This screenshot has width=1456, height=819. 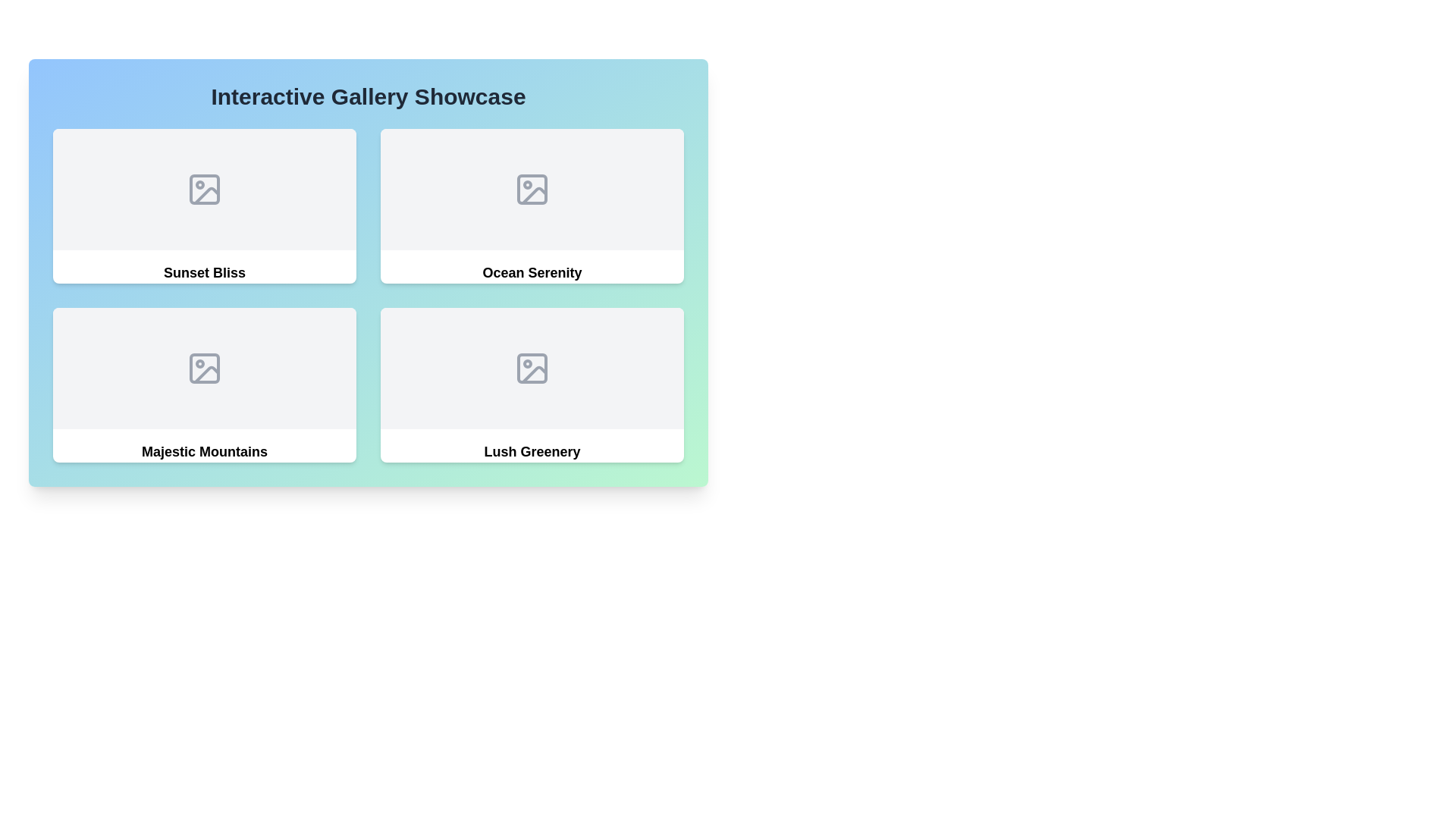 I want to click on icon placeholder area in the 'Lush Greenery' card located in the second row, second column of the 'Interactive Gallery Showcase' interface, so click(x=532, y=369).